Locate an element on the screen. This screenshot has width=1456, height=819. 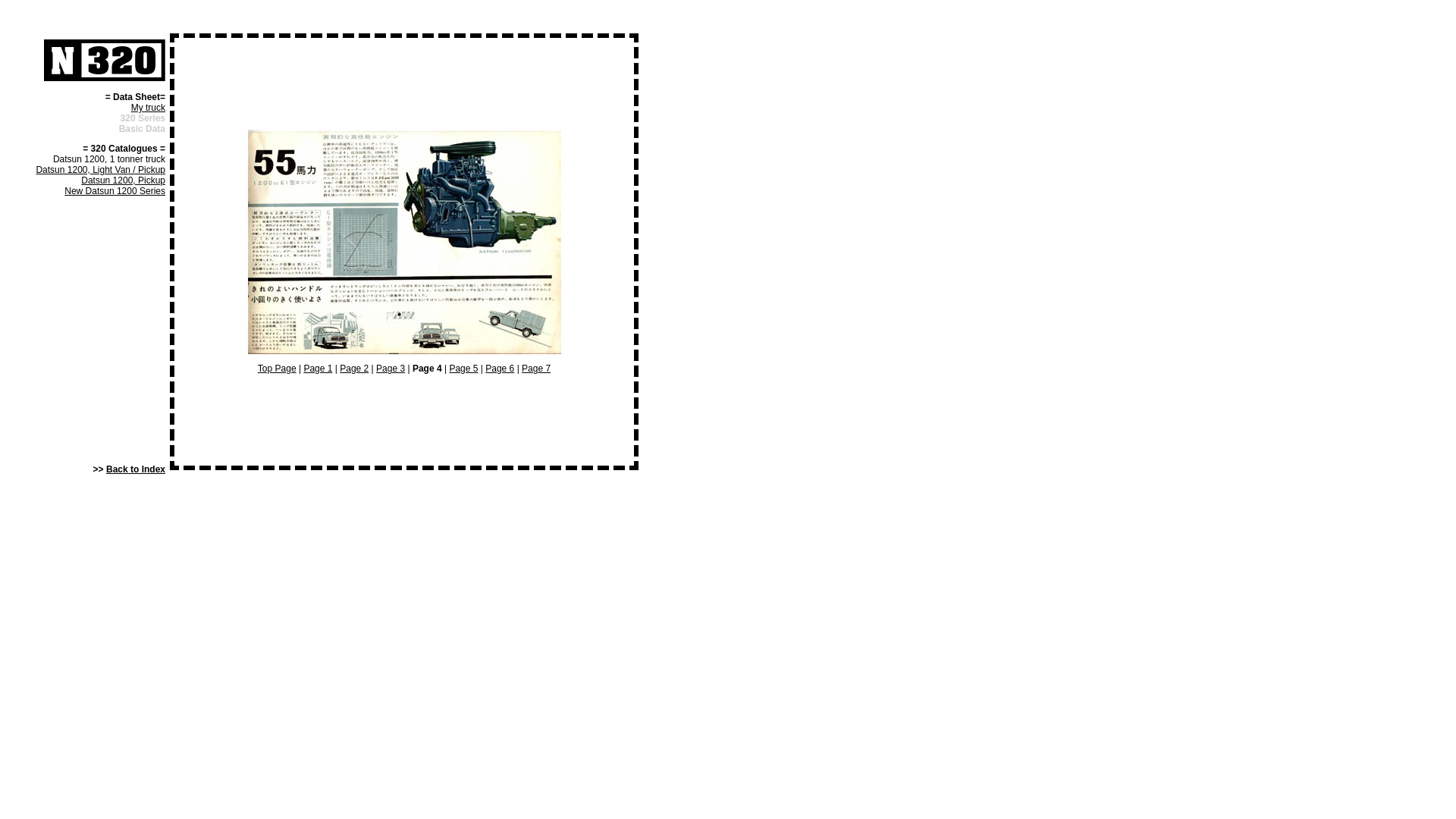
'Datsun 1200, Pickup' is located at coordinates (123, 180).